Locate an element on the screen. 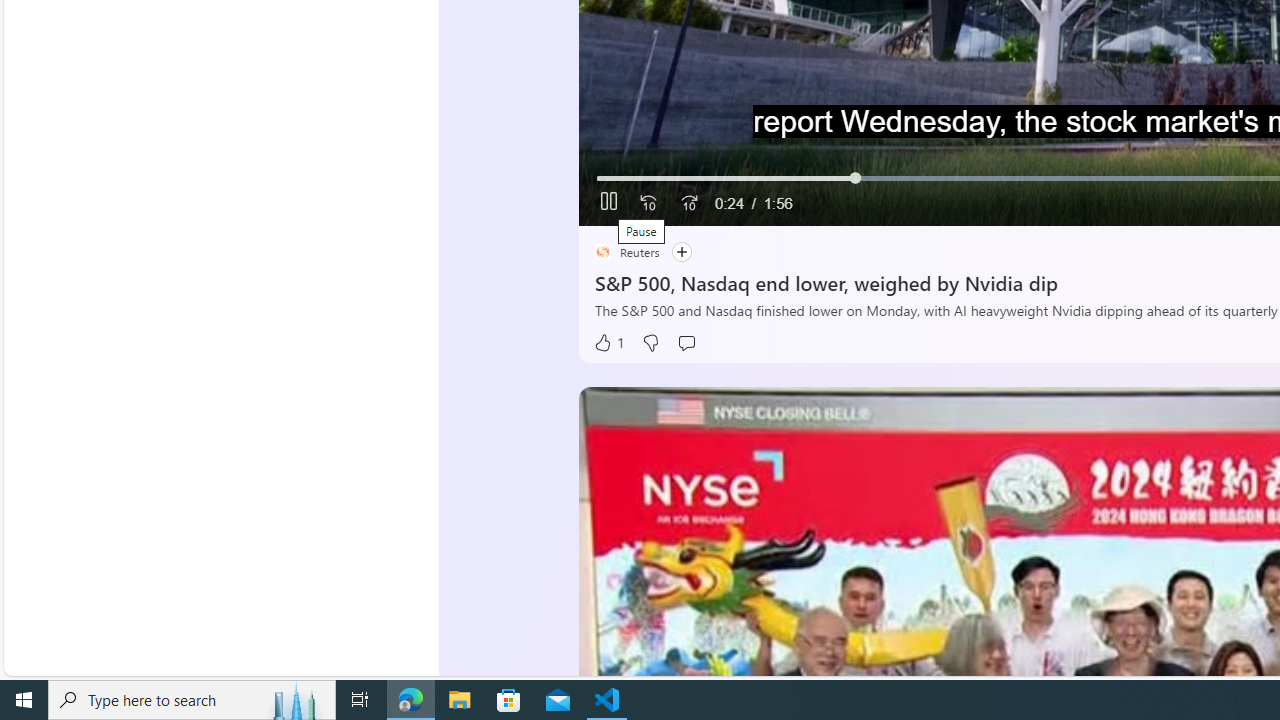 This screenshot has height=720, width=1280. 'Follow' is located at coordinates (680, 251).